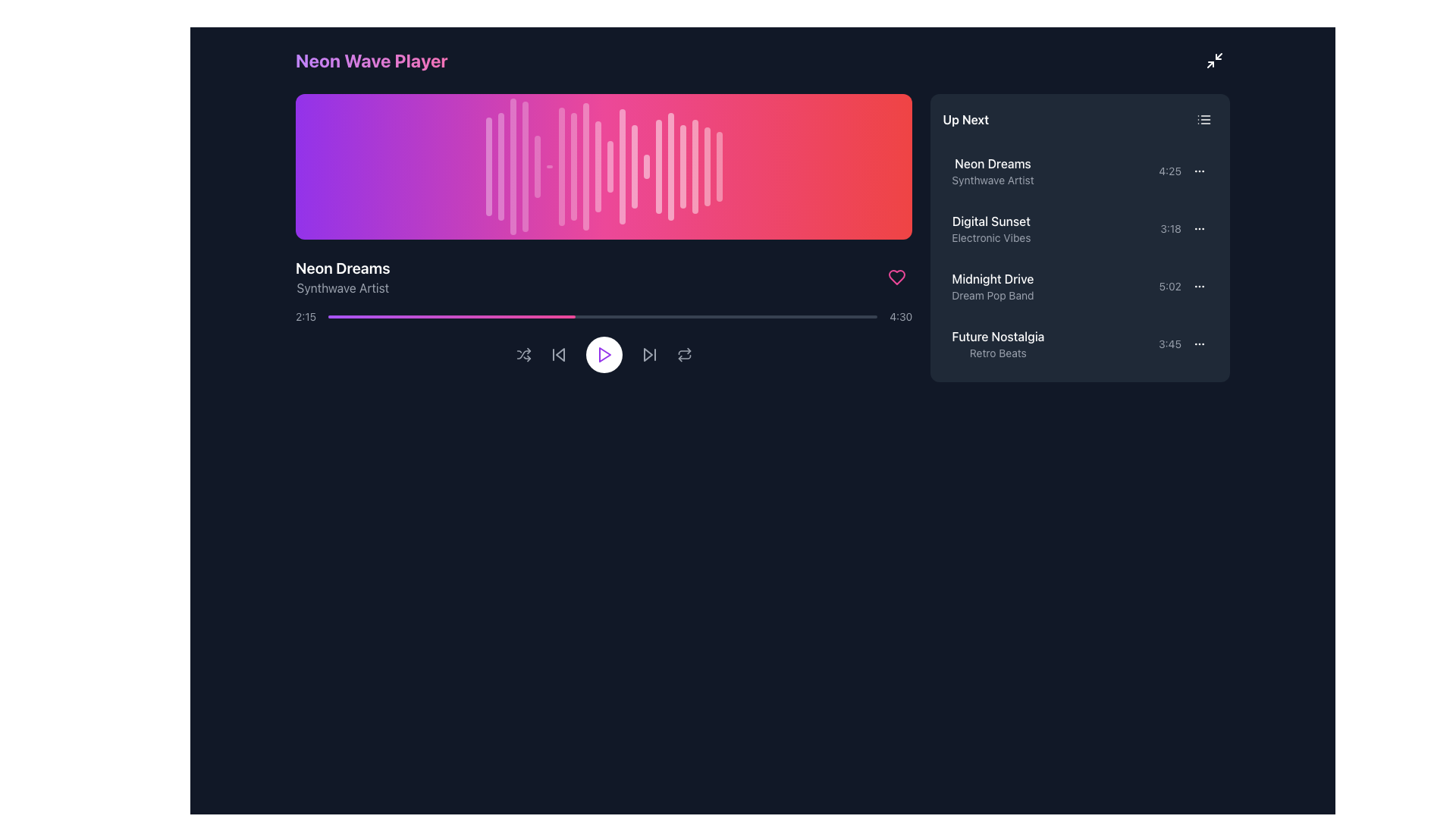 This screenshot has height=819, width=1456. Describe the element at coordinates (1170, 228) in the screenshot. I see `the time indicator text label for the 'Digital Sunset' track in the 'Up Next' section, located to the right side of the entry before the ellipsis icon` at that location.